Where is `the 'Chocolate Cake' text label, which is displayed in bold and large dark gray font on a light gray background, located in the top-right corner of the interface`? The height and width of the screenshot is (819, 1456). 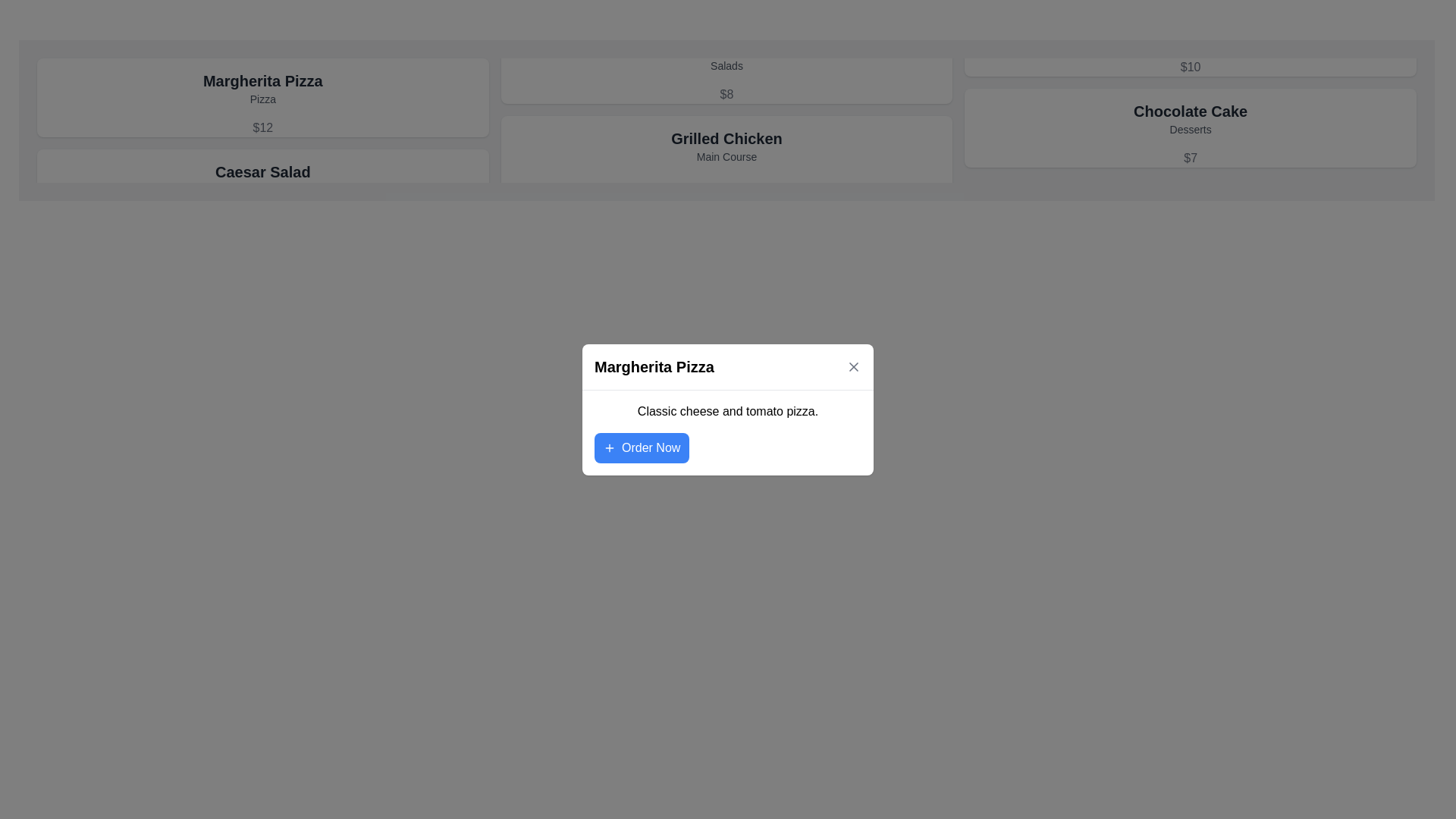 the 'Chocolate Cake' text label, which is displayed in bold and large dark gray font on a light gray background, located in the top-right corner of the interface is located at coordinates (1190, 110).